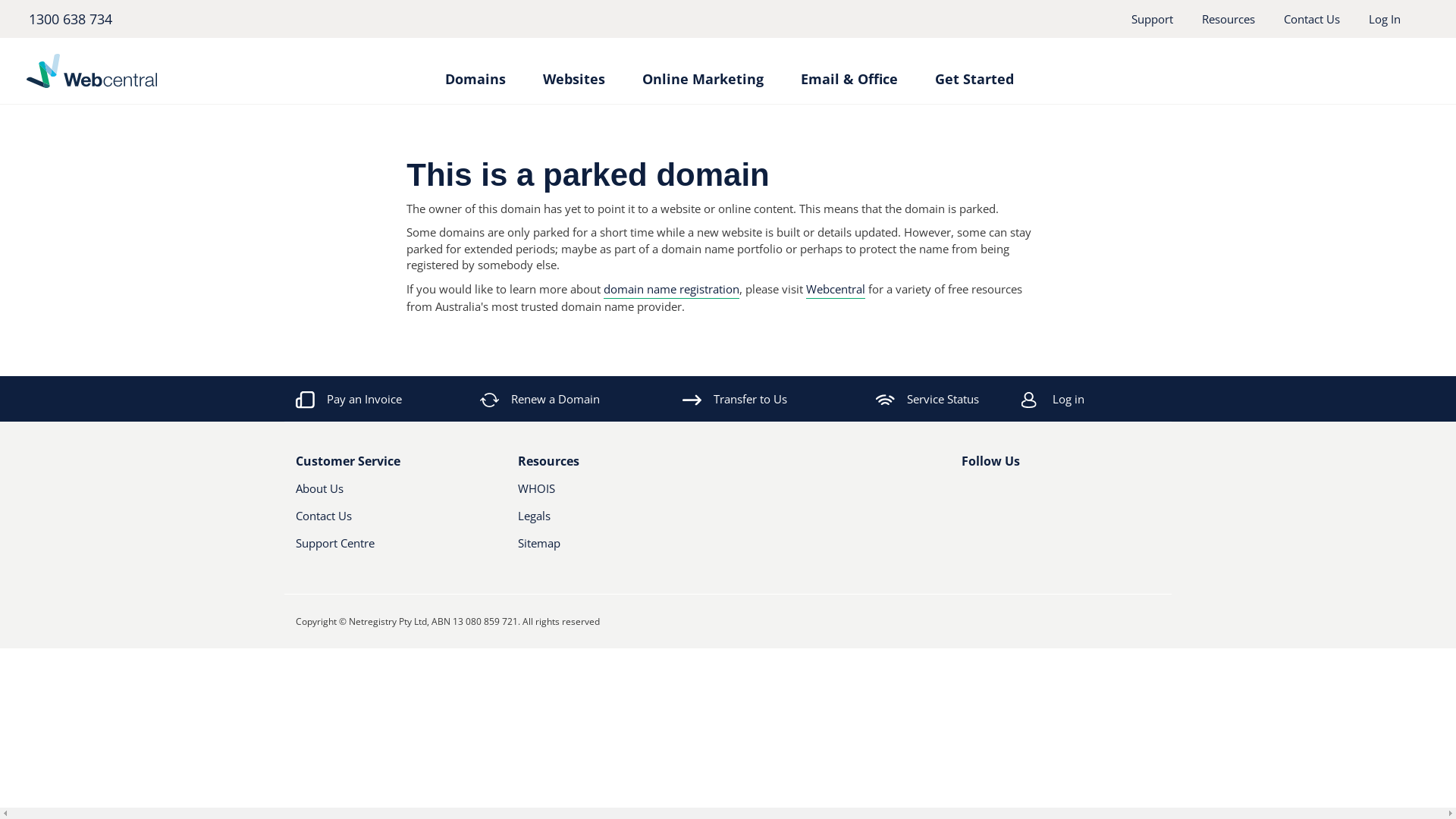 The image size is (1456, 819). I want to click on 'RSS', so click(1033, 494).